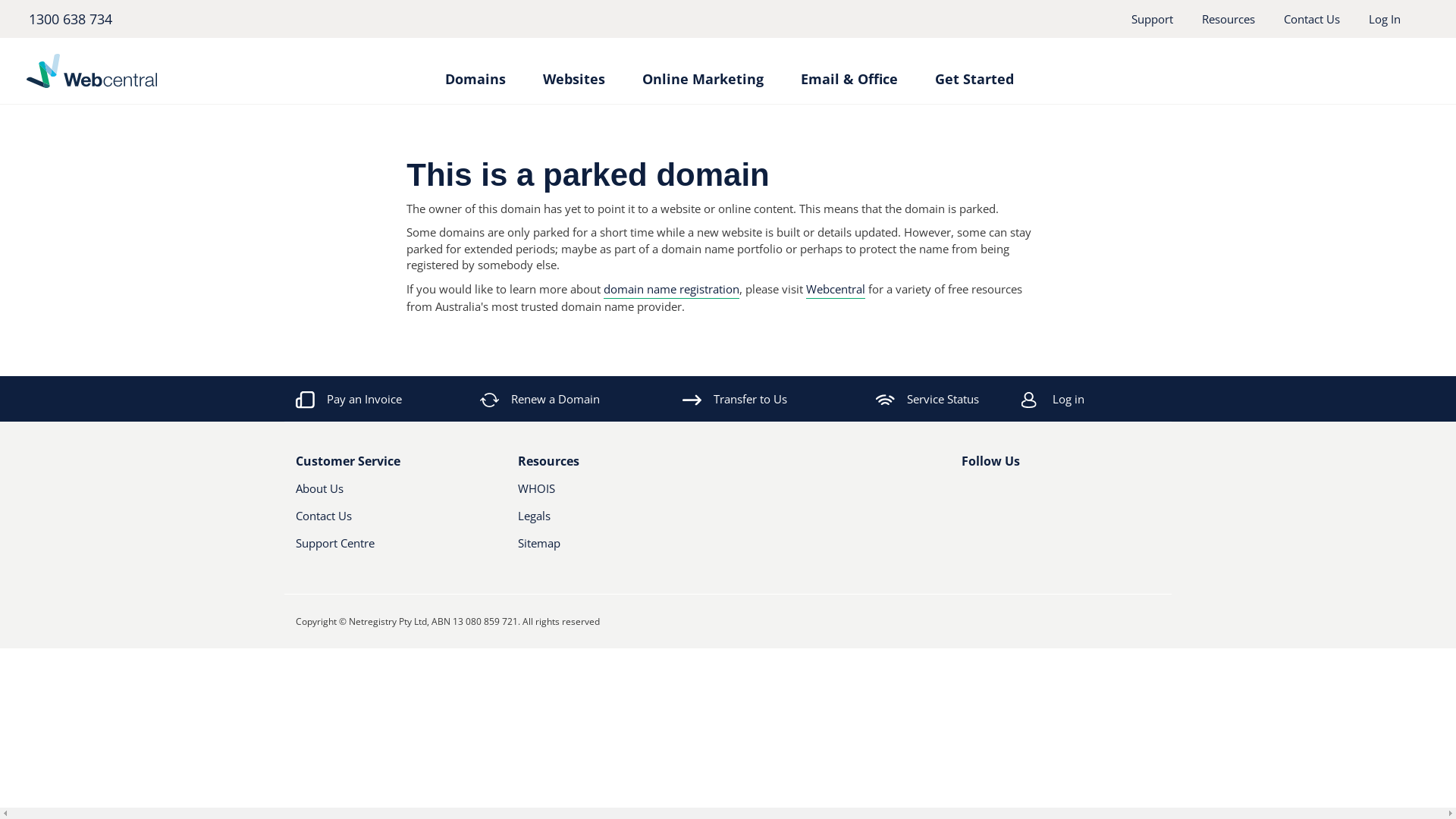 The image size is (1456, 819). I want to click on 'RSS', so click(1033, 494).